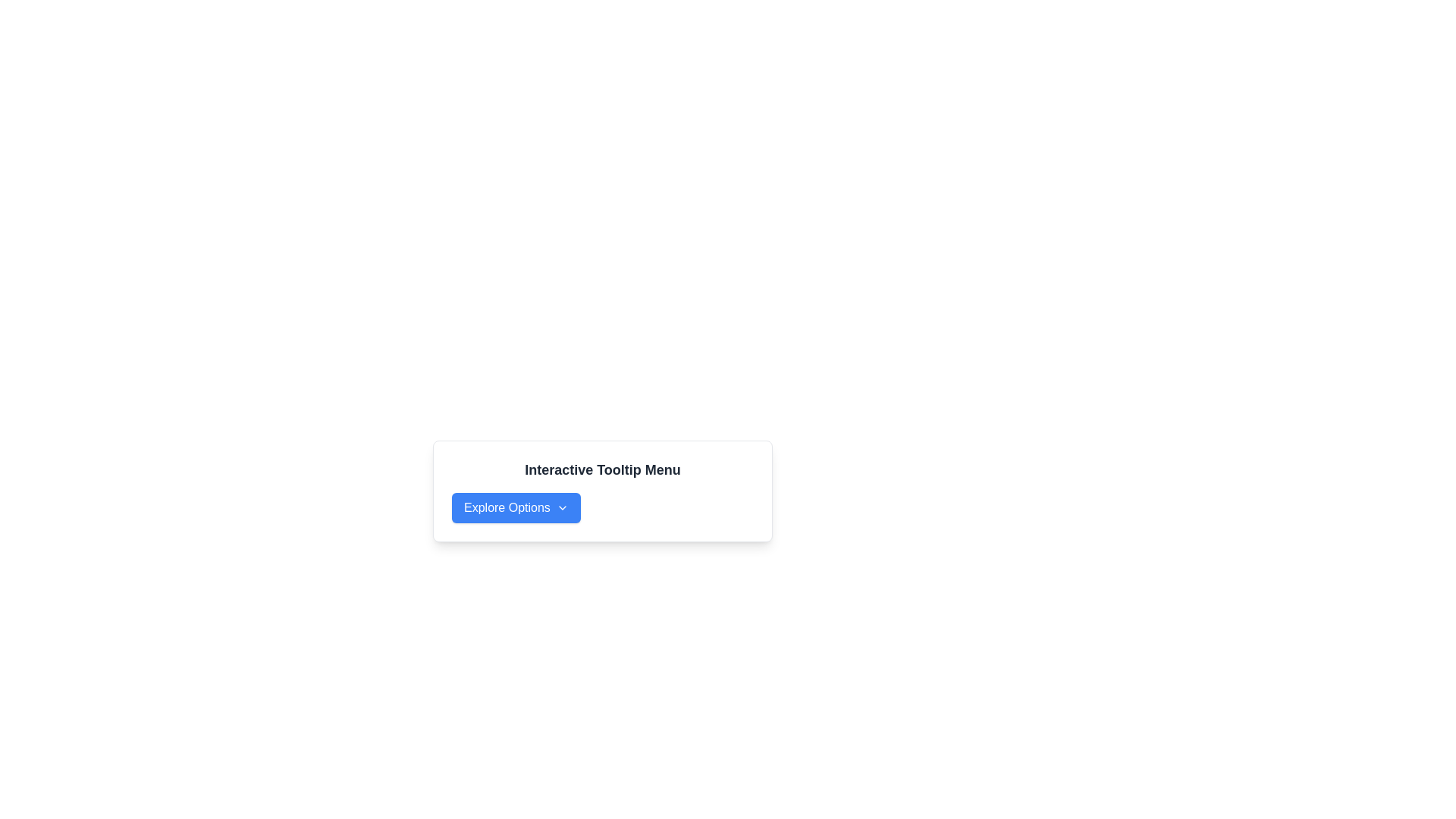 The width and height of the screenshot is (1456, 819). What do you see at coordinates (516, 508) in the screenshot?
I see `the 'Explore Options' dropdown button located beneath the 'Interactive Tooltip Menu' heading by` at bounding box center [516, 508].